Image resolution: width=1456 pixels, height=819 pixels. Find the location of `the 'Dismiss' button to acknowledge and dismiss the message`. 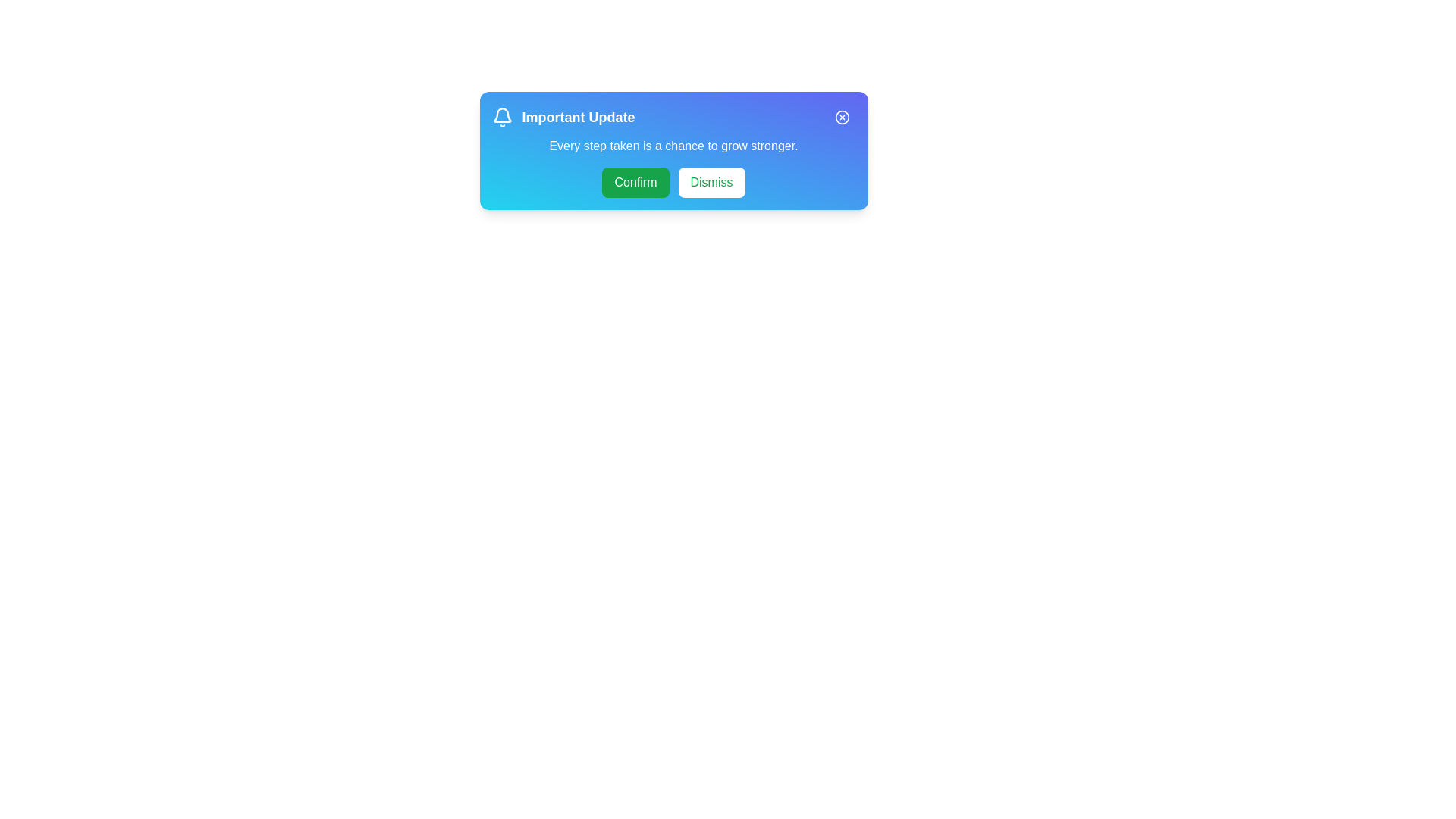

the 'Dismiss' button to acknowledge and dismiss the message is located at coordinates (711, 181).